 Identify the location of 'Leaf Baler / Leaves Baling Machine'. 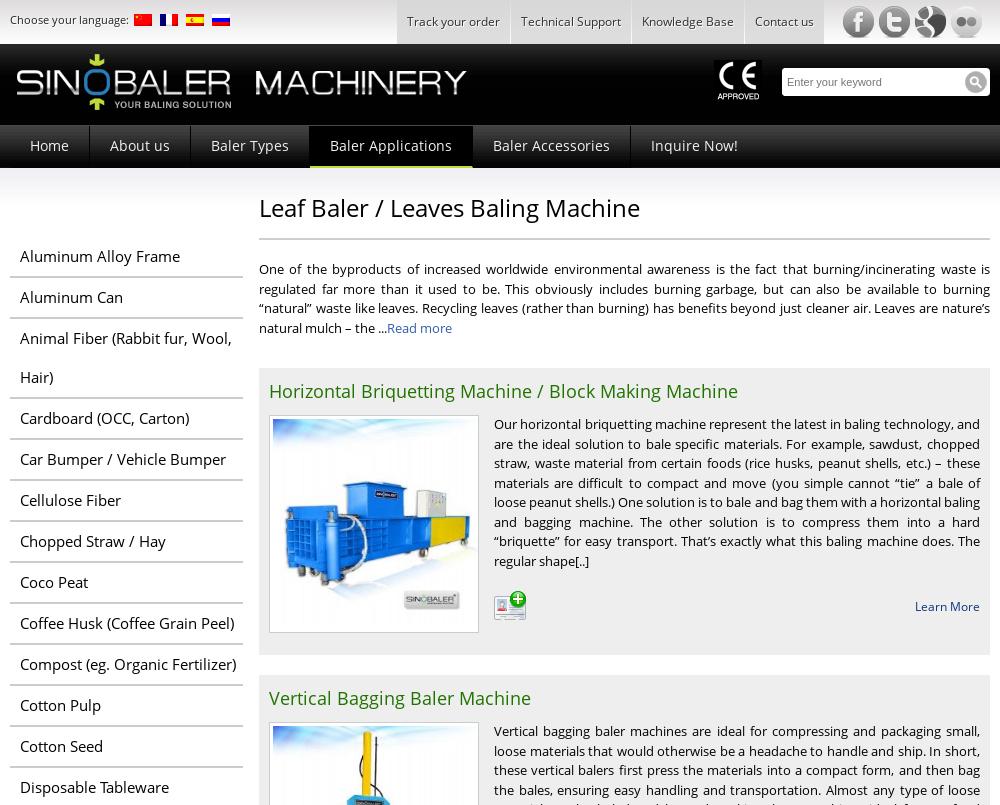
(448, 206).